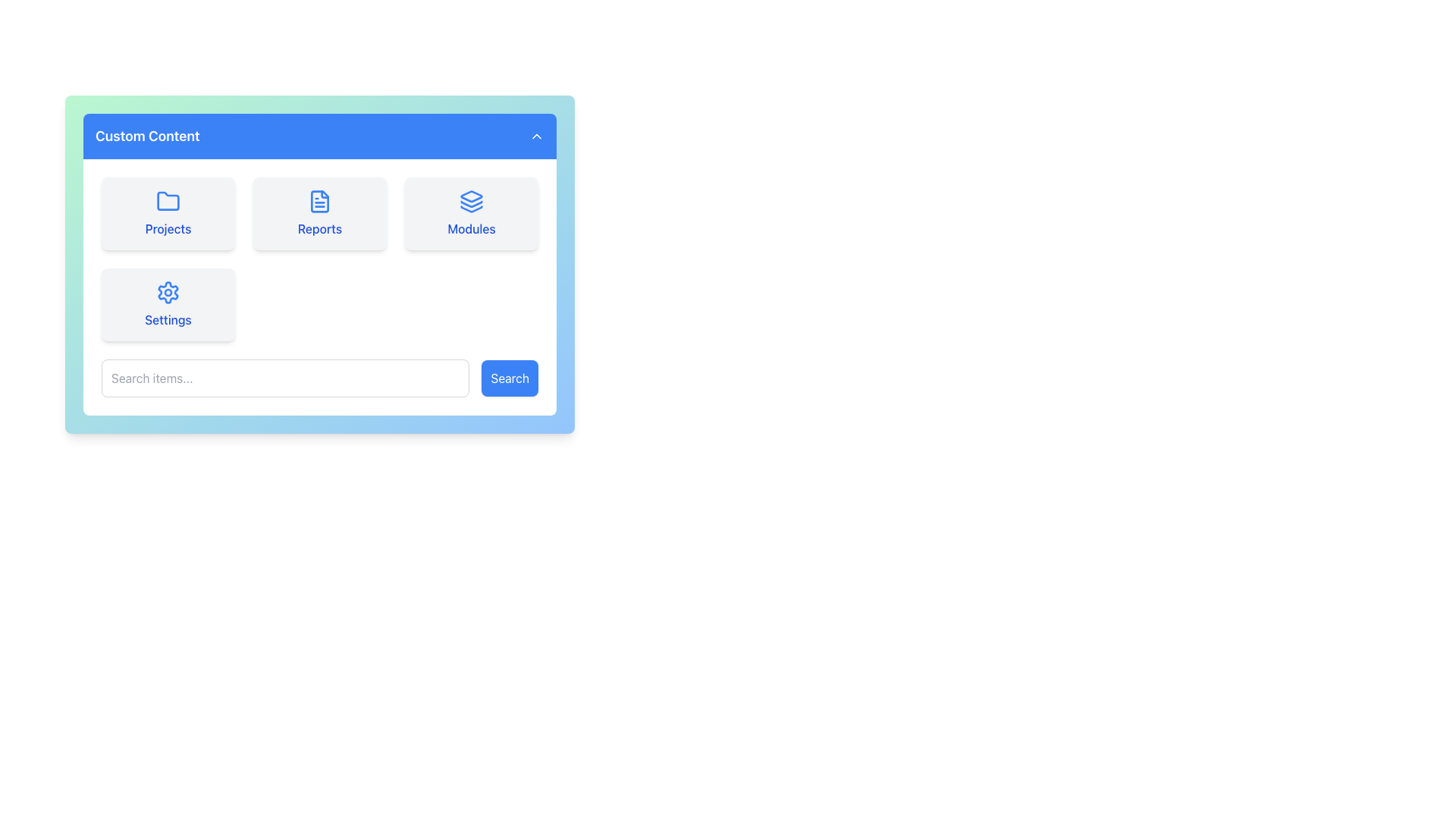 The height and width of the screenshot is (819, 1456). What do you see at coordinates (319, 201) in the screenshot?
I see `the 'Reports' icon located centrally within the 'Reports' button of the Custom Content interface` at bounding box center [319, 201].